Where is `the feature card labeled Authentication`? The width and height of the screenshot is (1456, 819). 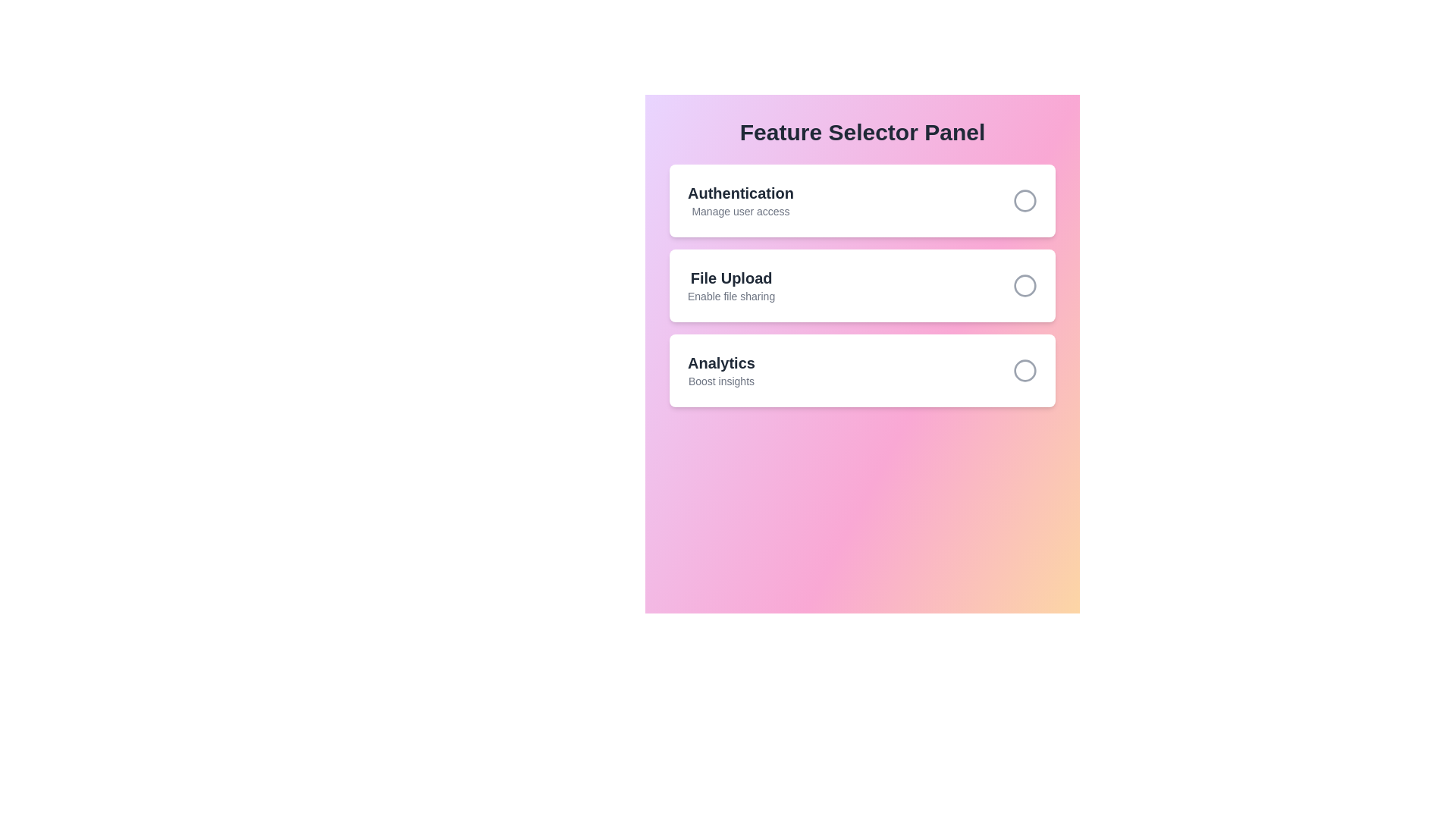
the feature card labeled Authentication is located at coordinates (862, 200).